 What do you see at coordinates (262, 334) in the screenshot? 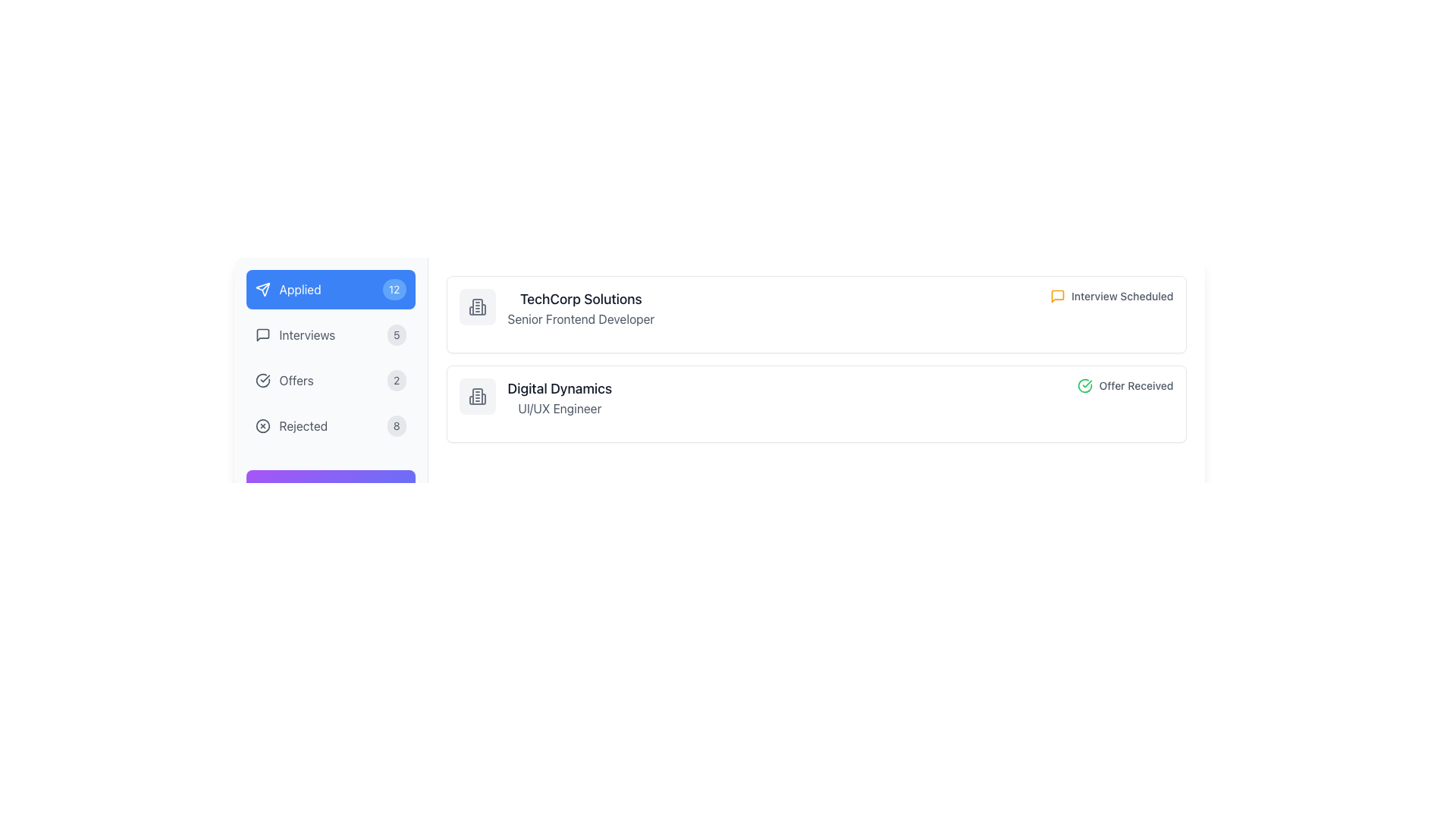
I see `or interpret the graphical representation of the speech bubble icon, which is a minimalistic SVG element with a pointed tail, located near the 'Interviews' section` at bounding box center [262, 334].